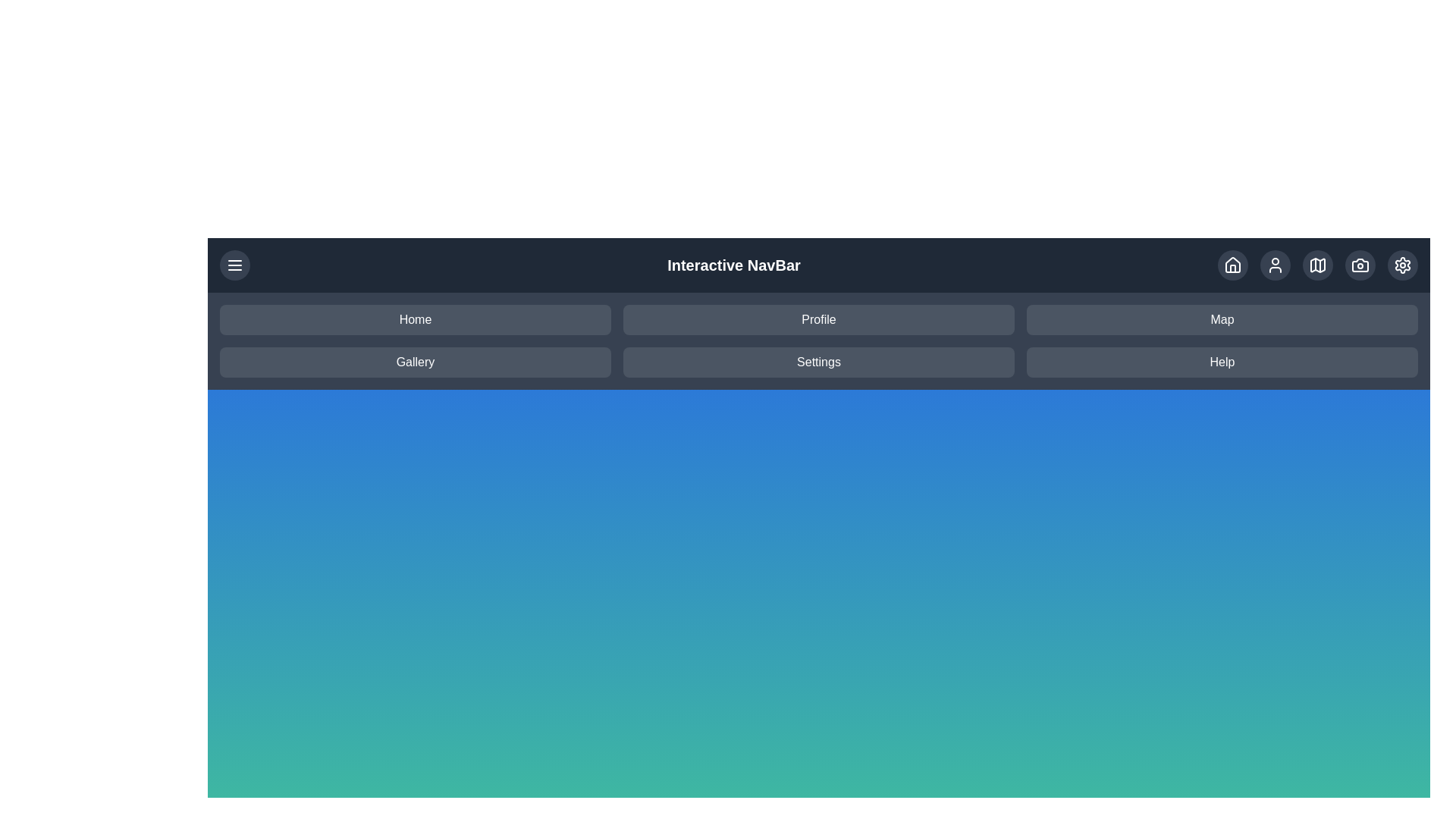 Image resolution: width=1456 pixels, height=819 pixels. What do you see at coordinates (1233, 265) in the screenshot?
I see `the Home icon in the action bar` at bounding box center [1233, 265].